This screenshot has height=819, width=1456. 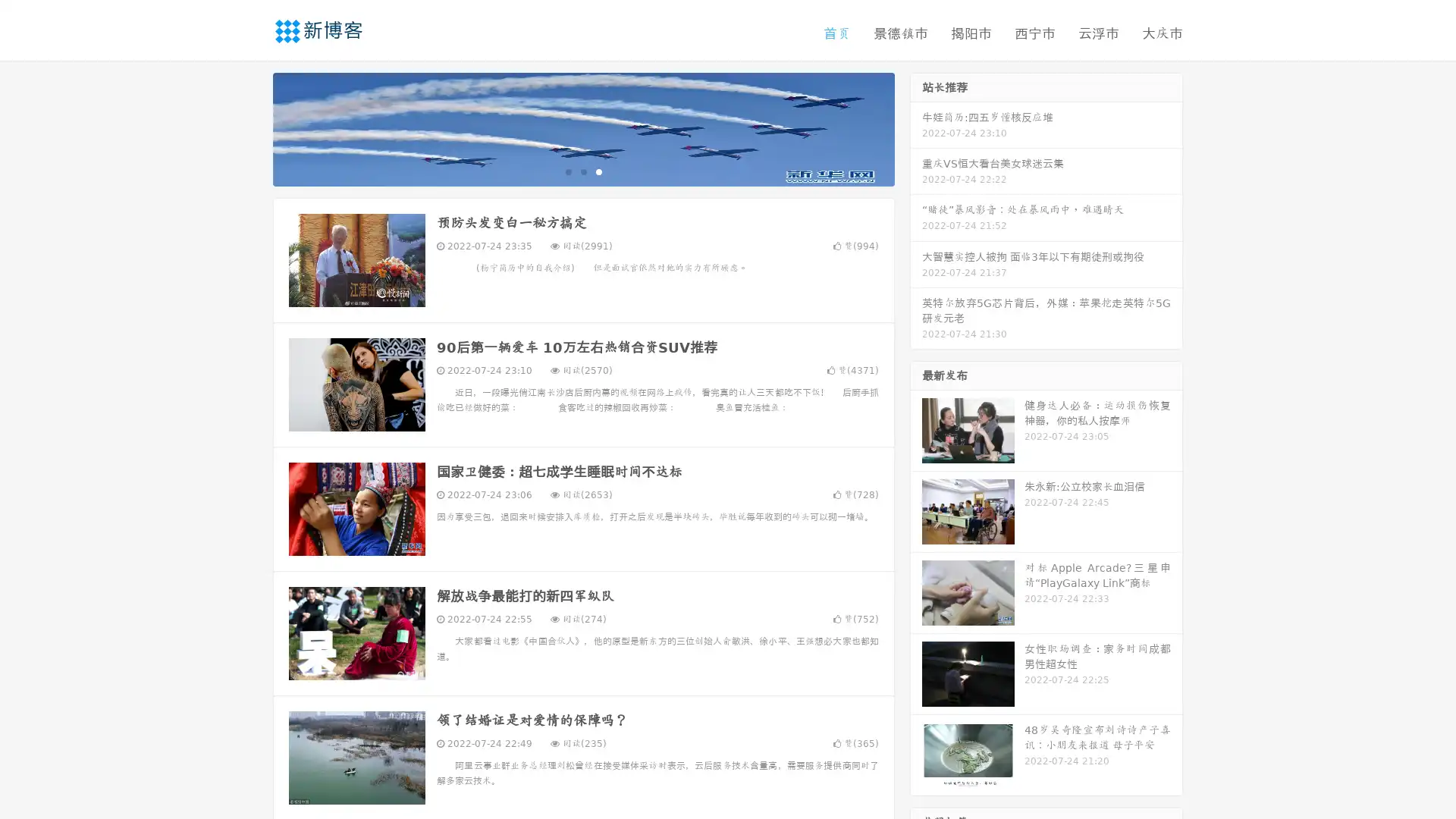 What do you see at coordinates (598, 171) in the screenshot?
I see `Go to slide 3` at bounding box center [598, 171].